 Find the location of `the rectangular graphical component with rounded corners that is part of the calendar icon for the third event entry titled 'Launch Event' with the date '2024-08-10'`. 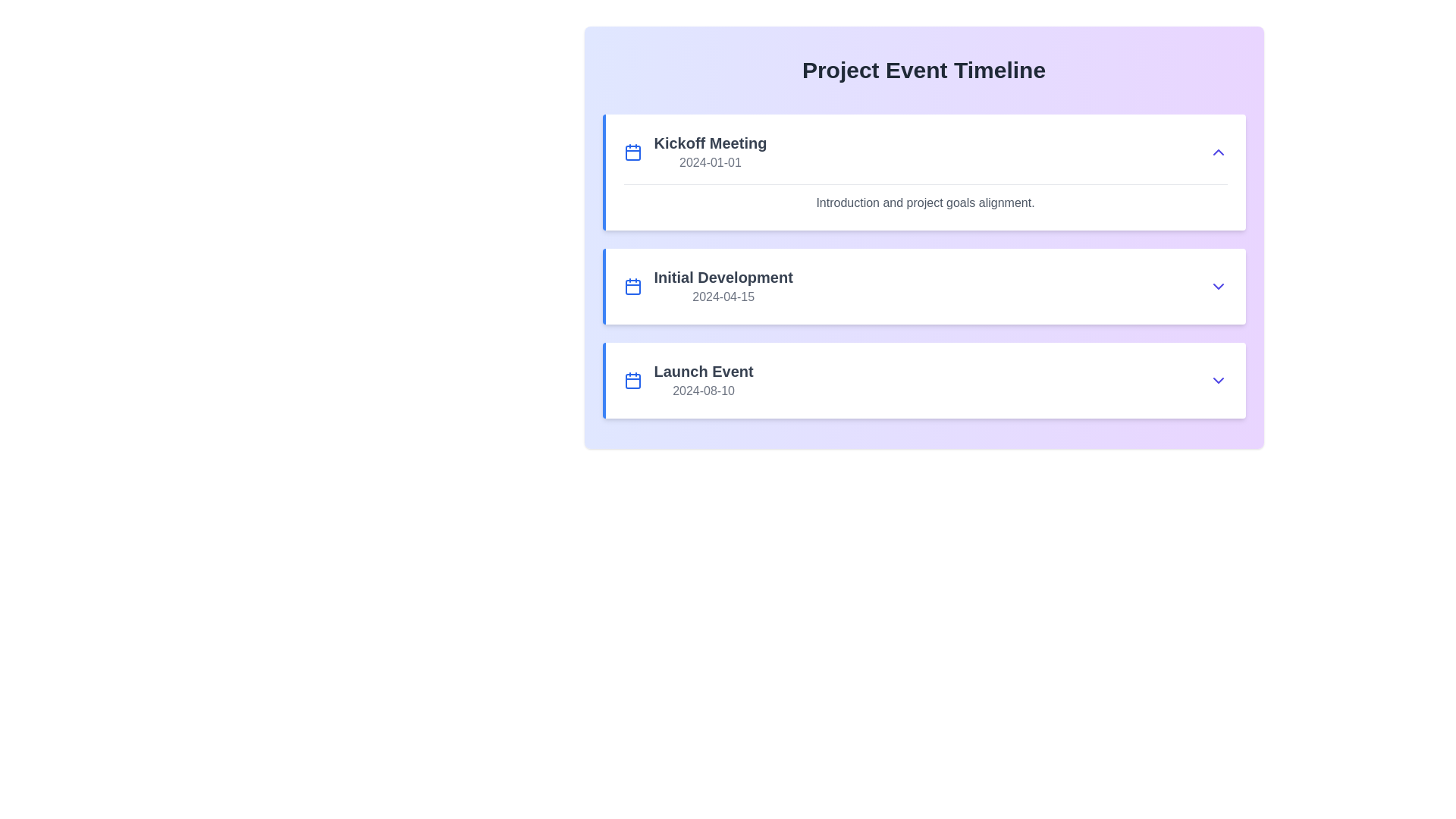

the rectangular graphical component with rounded corners that is part of the calendar icon for the third event entry titled 'Launch Event' with the date '2024-08-10' is located at coordinates (632, 380).